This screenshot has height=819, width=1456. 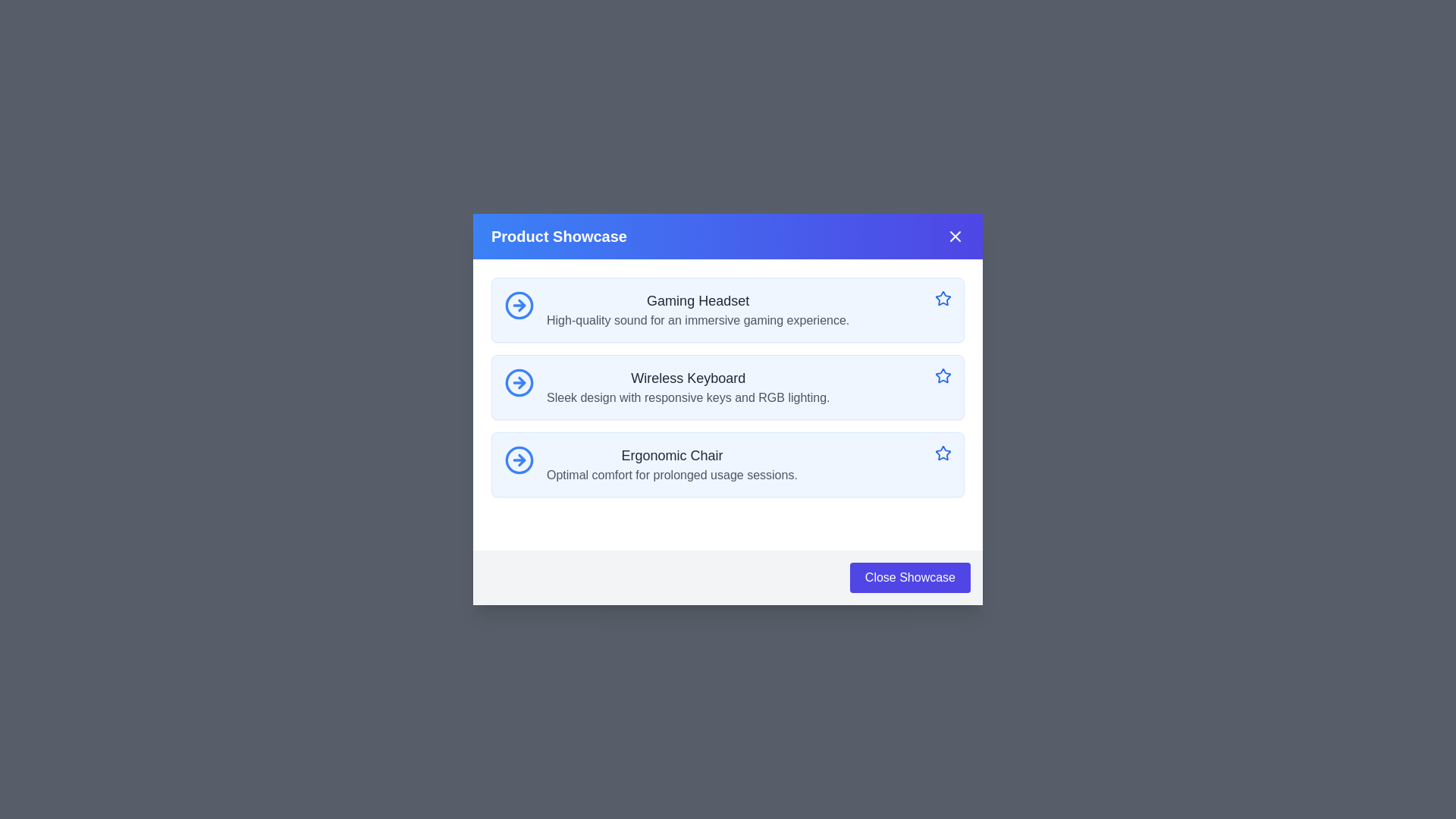 What do you see at coordinates (910, 578) in the screenshot?
I see `the button with rounded edges that has a bold indigo background and white text reading 'Close Showcase'` at bounding box center [910, 578].